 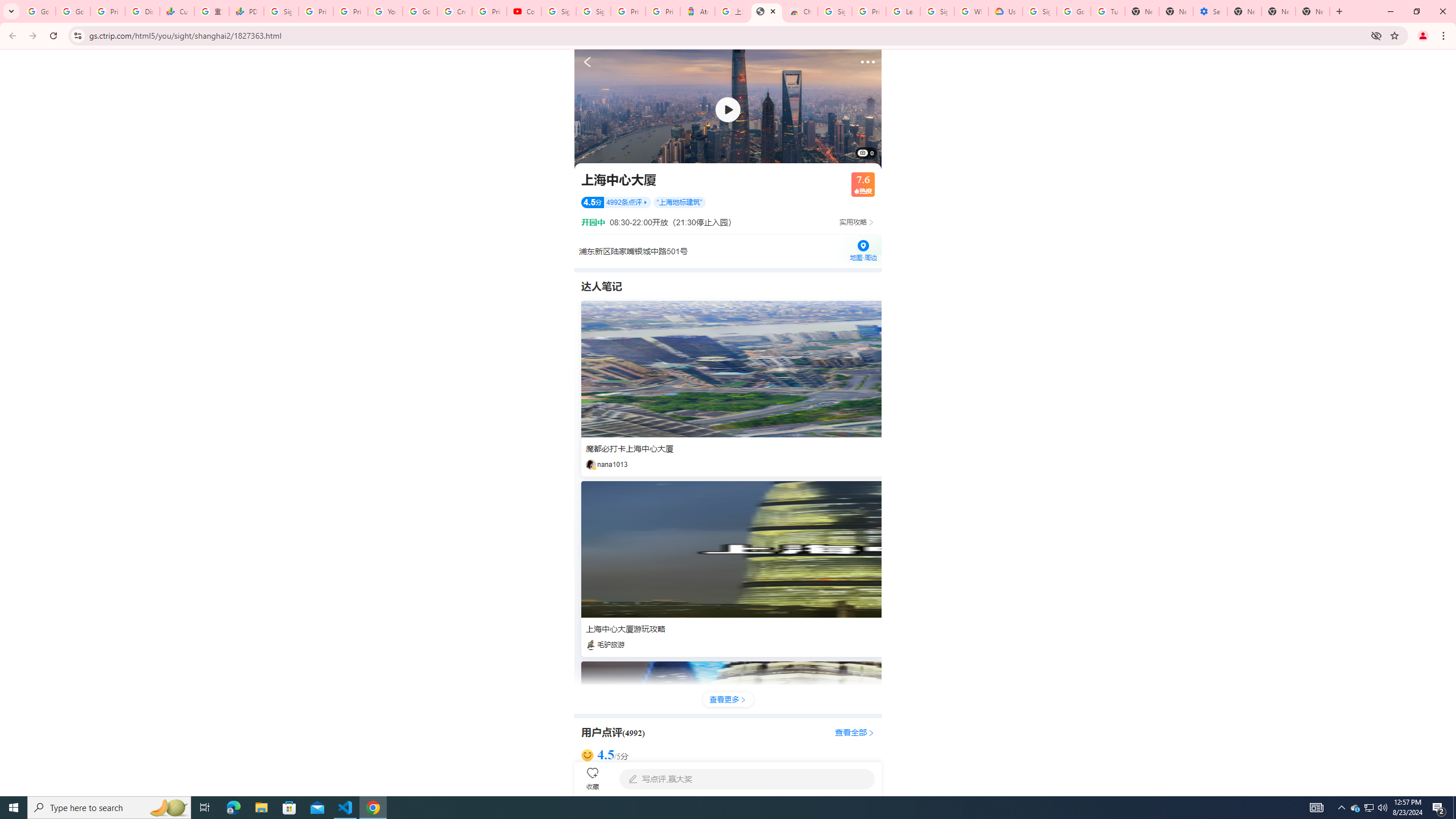 I want to click on 'Sign in - Google Accounts', so click(x=593, y=11).